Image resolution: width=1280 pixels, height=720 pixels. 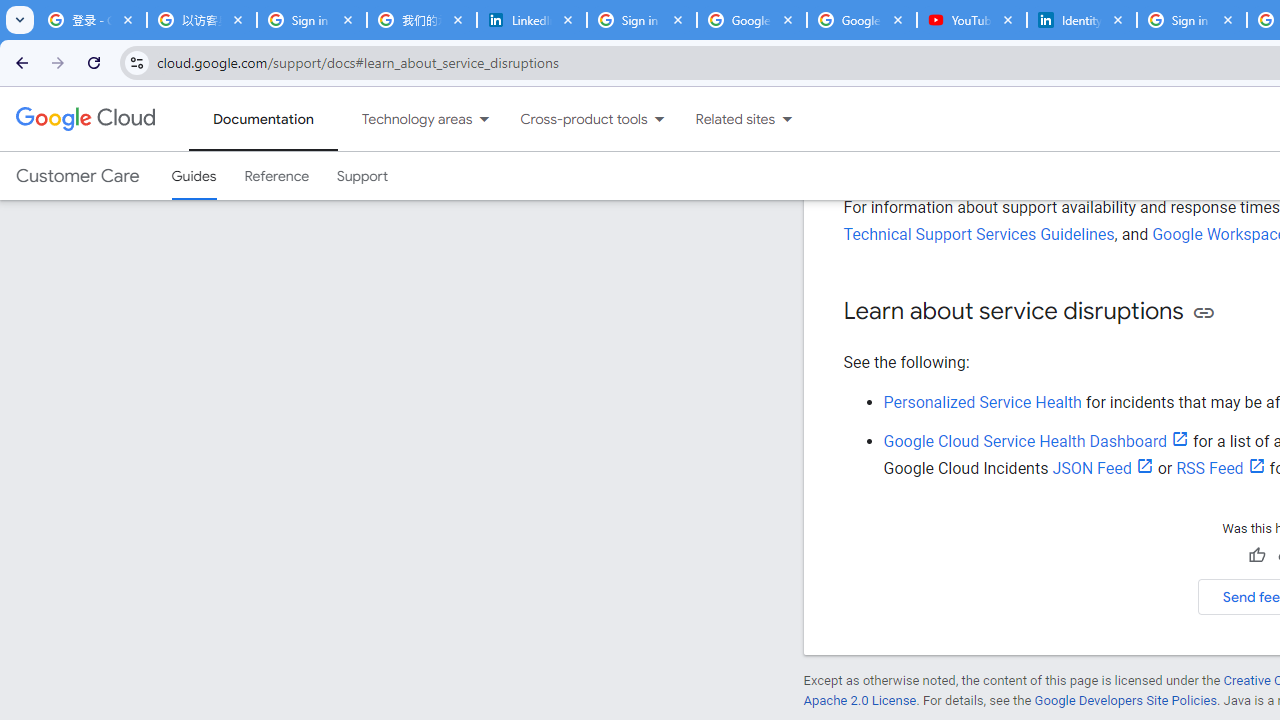 What do you see at coordinates (859, 699) in the screenshot?
I see `'Apache 2.0 License'` at bounding box center [859, 699].